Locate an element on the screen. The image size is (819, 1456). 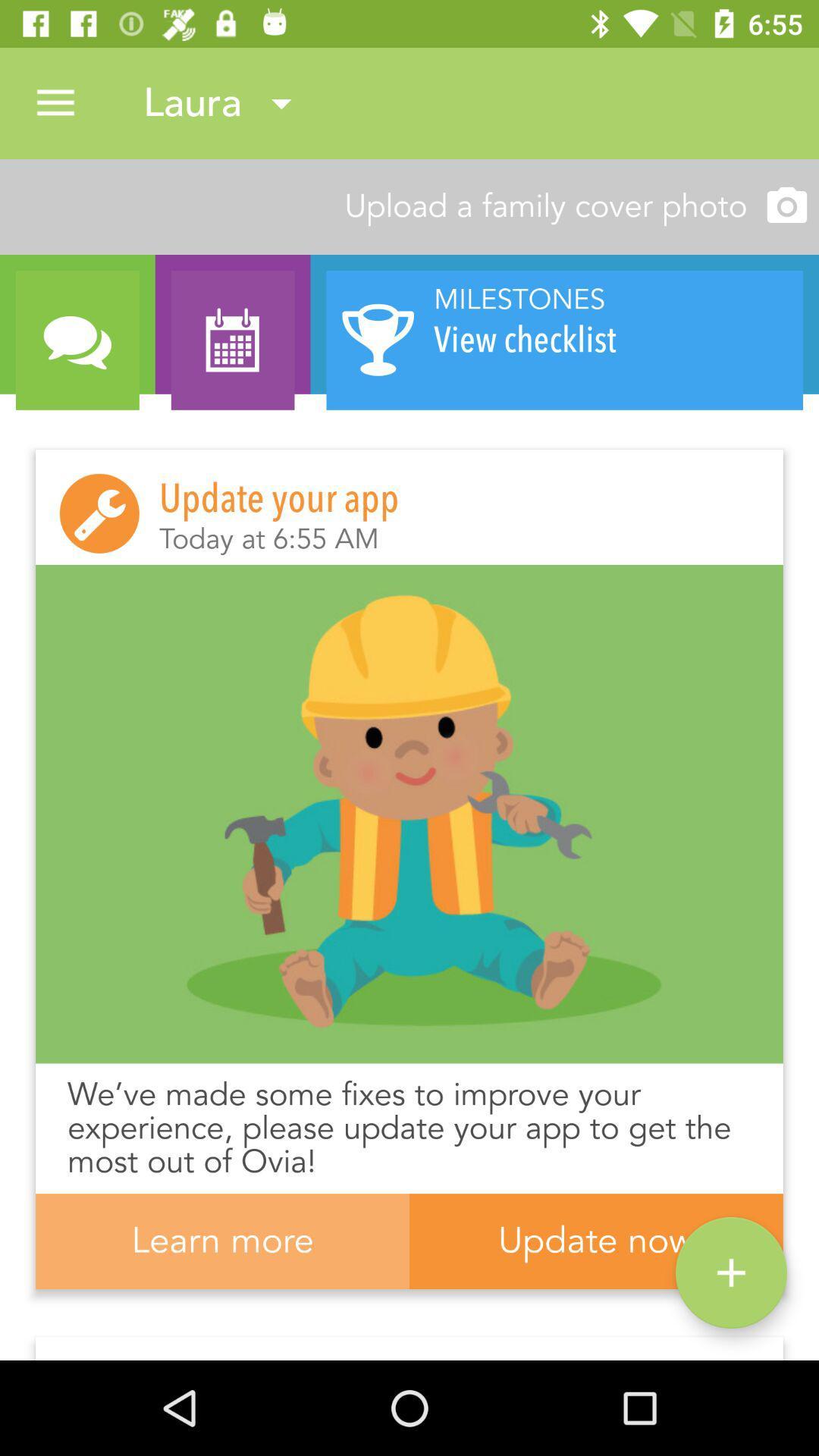
the icon to the left of the laura icon is located at coordinates (55, 102).